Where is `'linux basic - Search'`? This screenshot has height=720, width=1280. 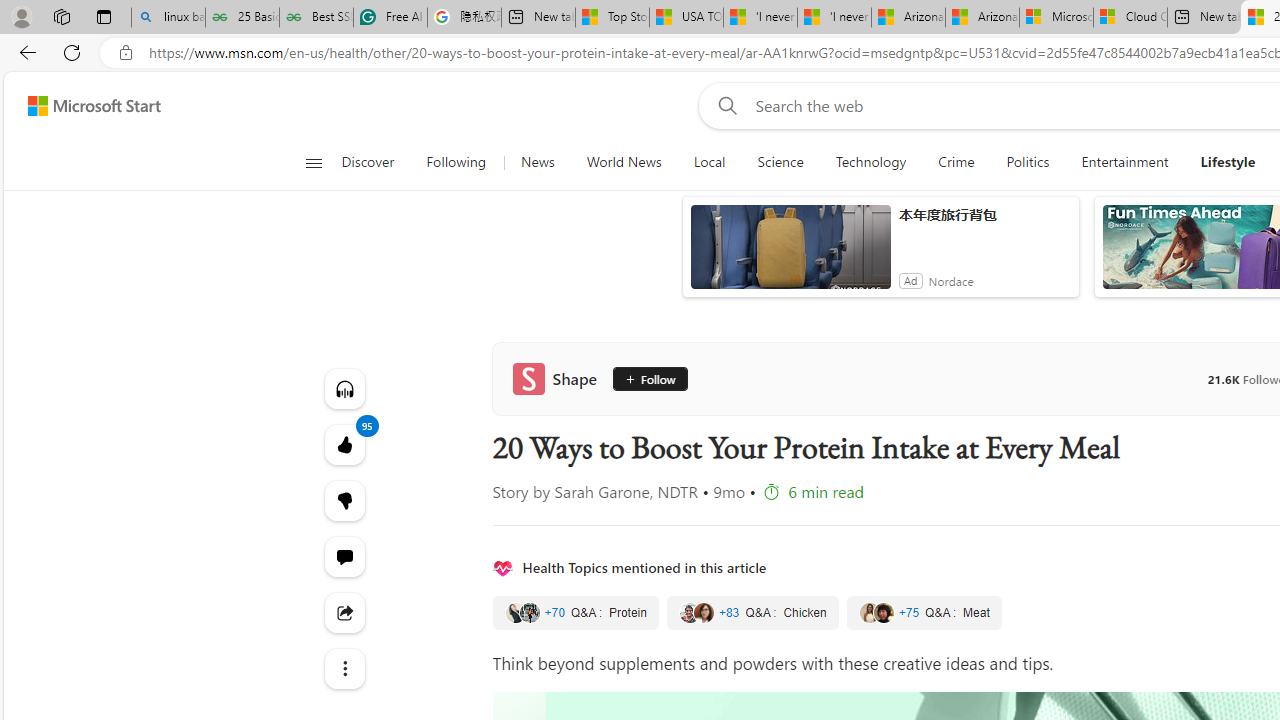 'linux basic - Search' is located at coordinates (168, 17).